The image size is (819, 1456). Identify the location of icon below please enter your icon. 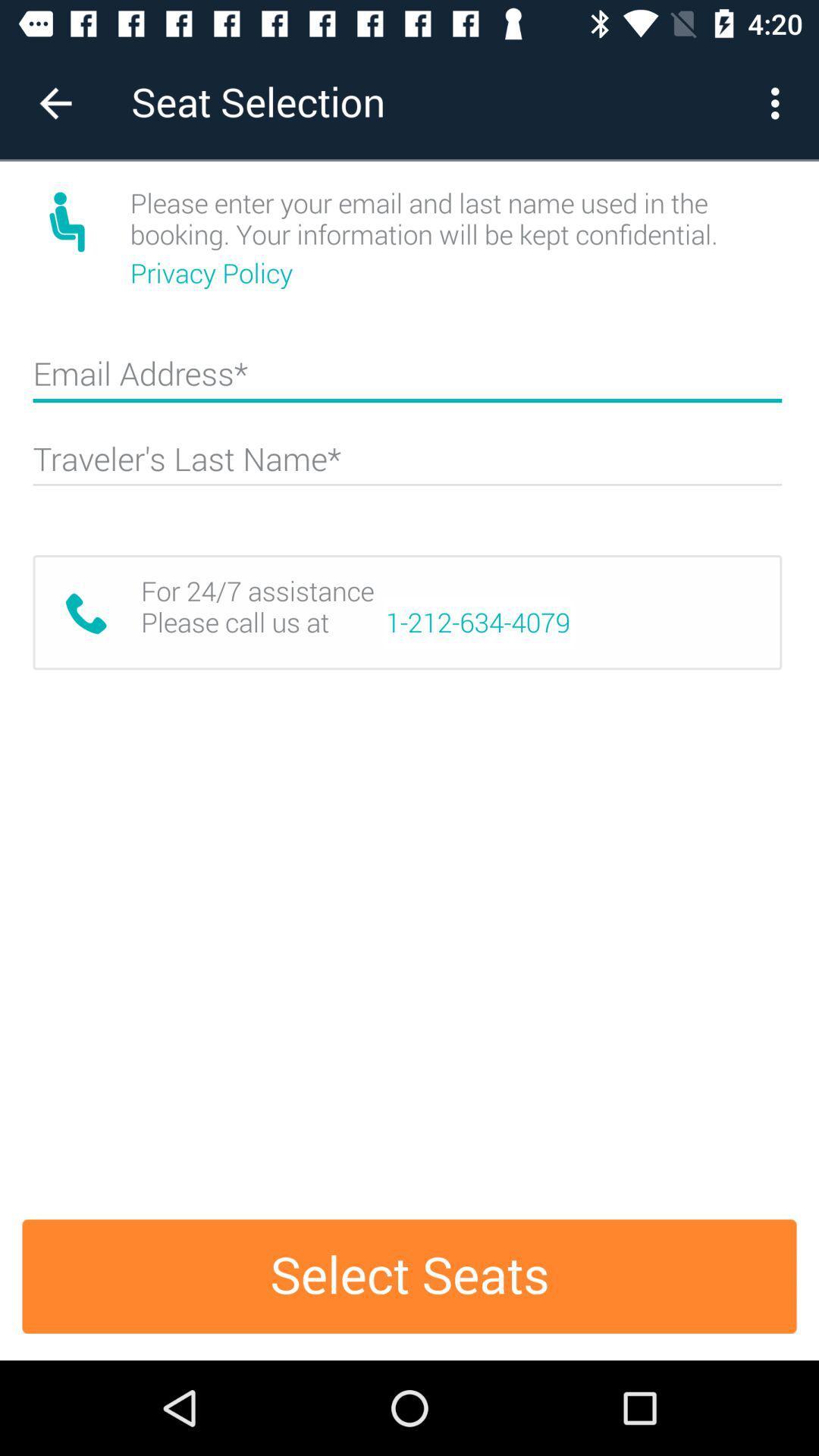
(215, 273).